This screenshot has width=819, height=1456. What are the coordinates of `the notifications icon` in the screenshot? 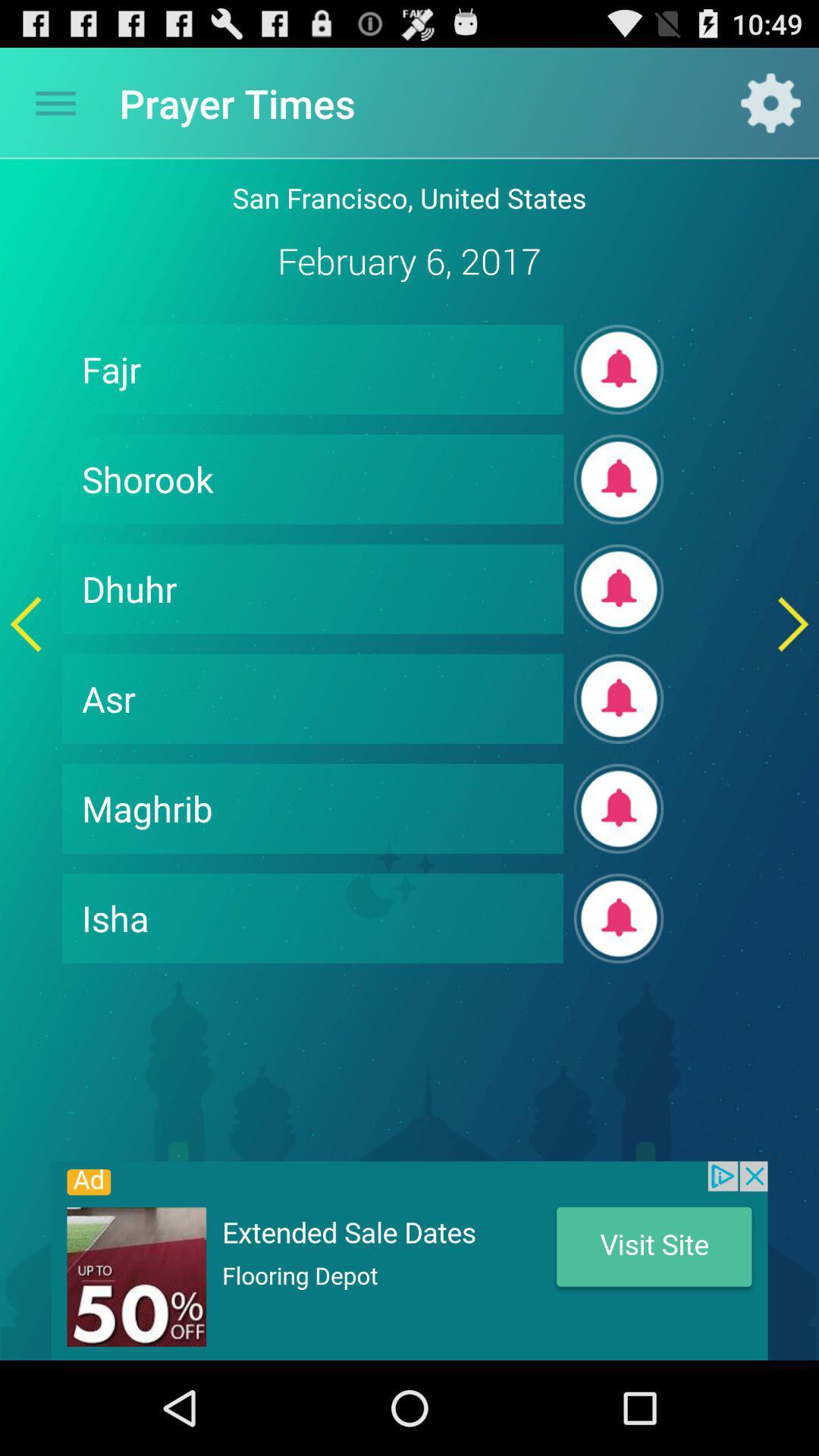 It's located at (619, 983).